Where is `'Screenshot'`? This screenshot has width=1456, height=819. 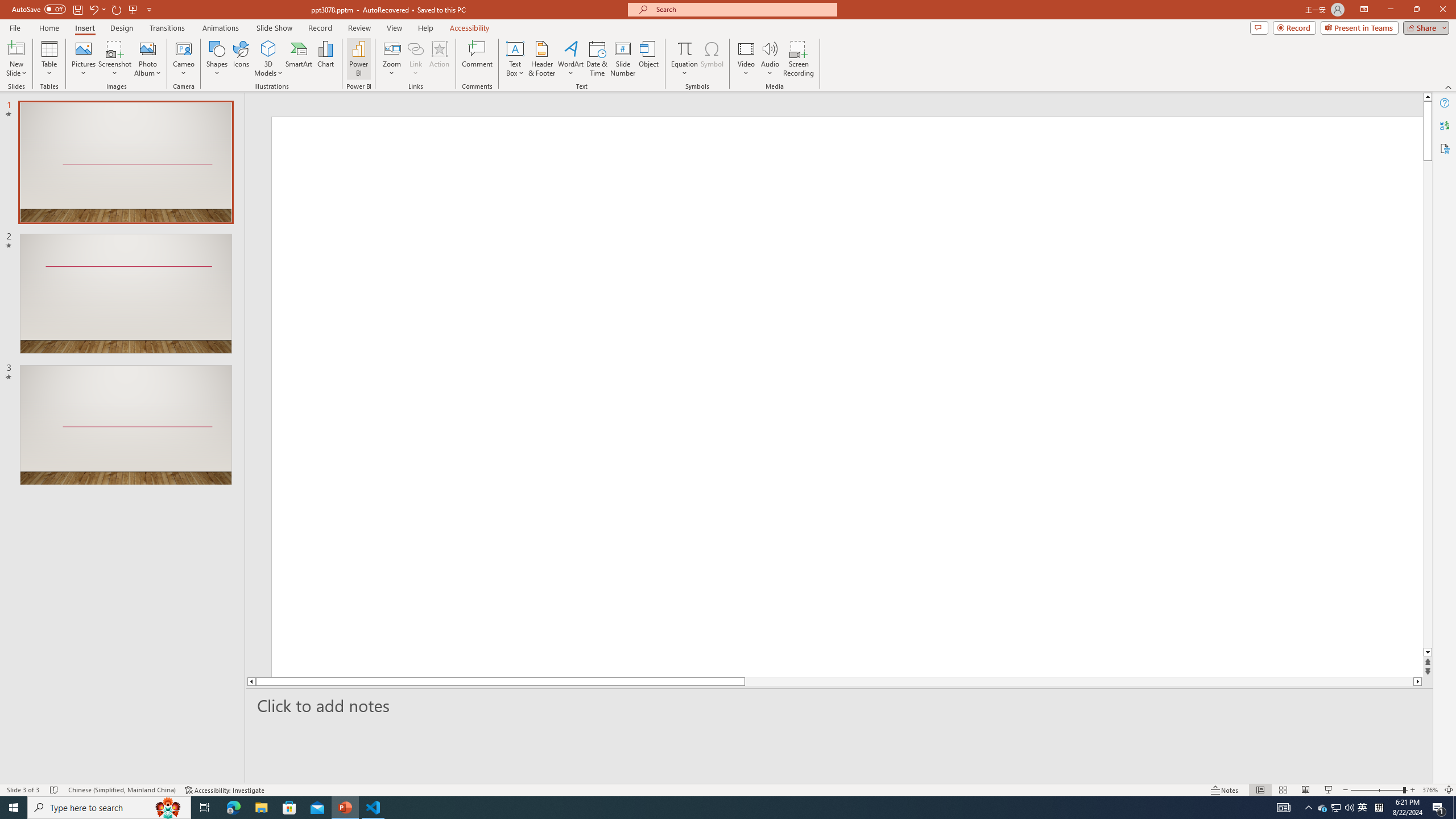
'Screenshot' is located at coordinates (114, 59).